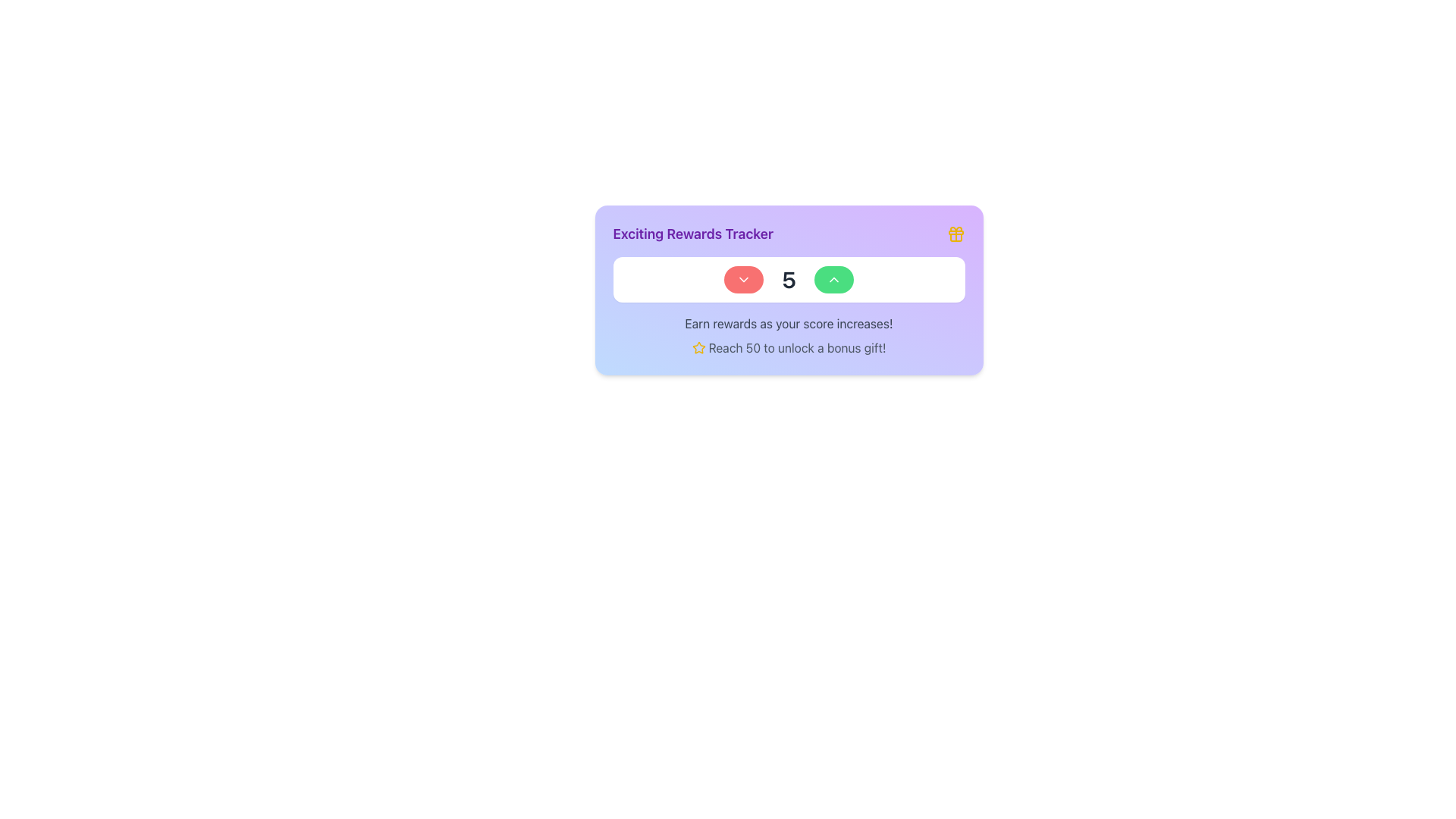 This screenshot has width=1456, height=819. Describe the element at coordinates (955, 233) in the screenshot. I see `the visual decorative element that serves as a separator within the gift icon, located in the upper-middle section of the icon` at that location.